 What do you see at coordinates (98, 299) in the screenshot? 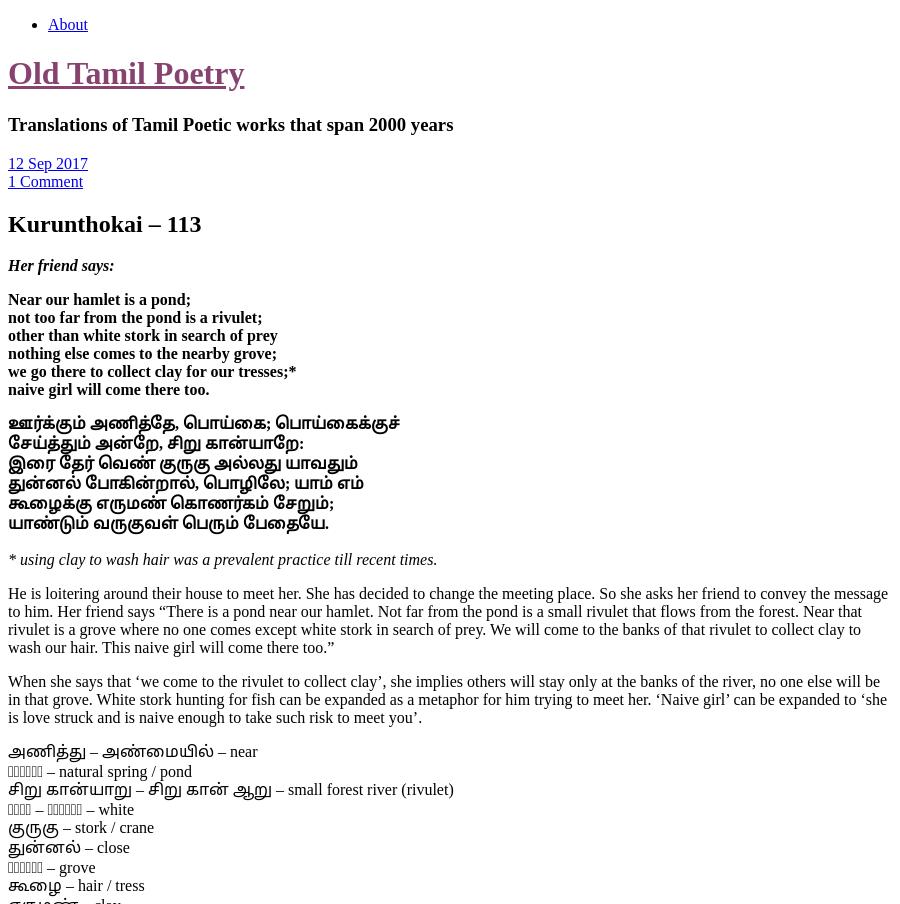
I see `'Near our hamlet is a pond;'` at bounding box center [98, 299].